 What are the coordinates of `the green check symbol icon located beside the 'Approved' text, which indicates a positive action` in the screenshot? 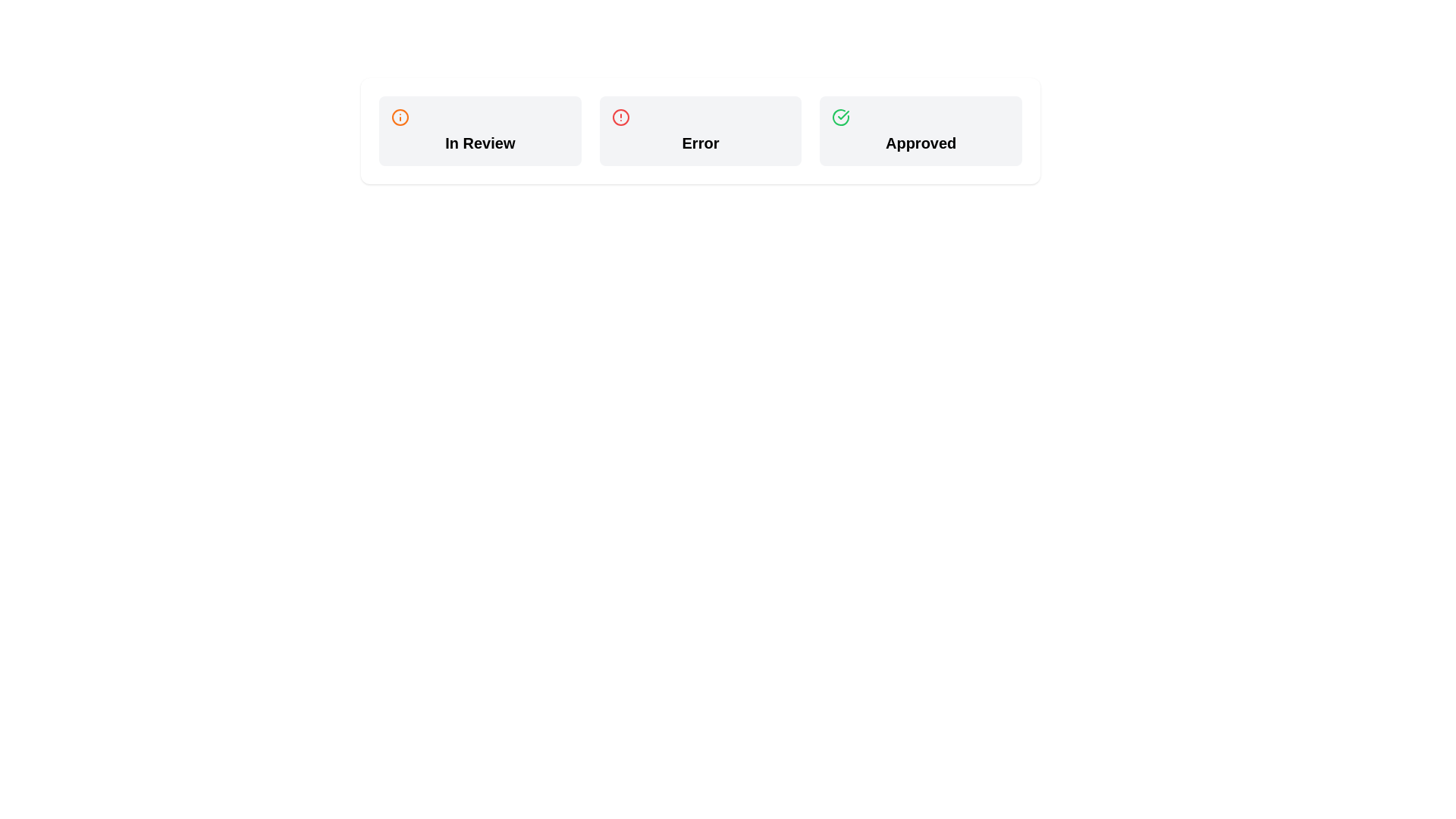 It's located at (843, 114).